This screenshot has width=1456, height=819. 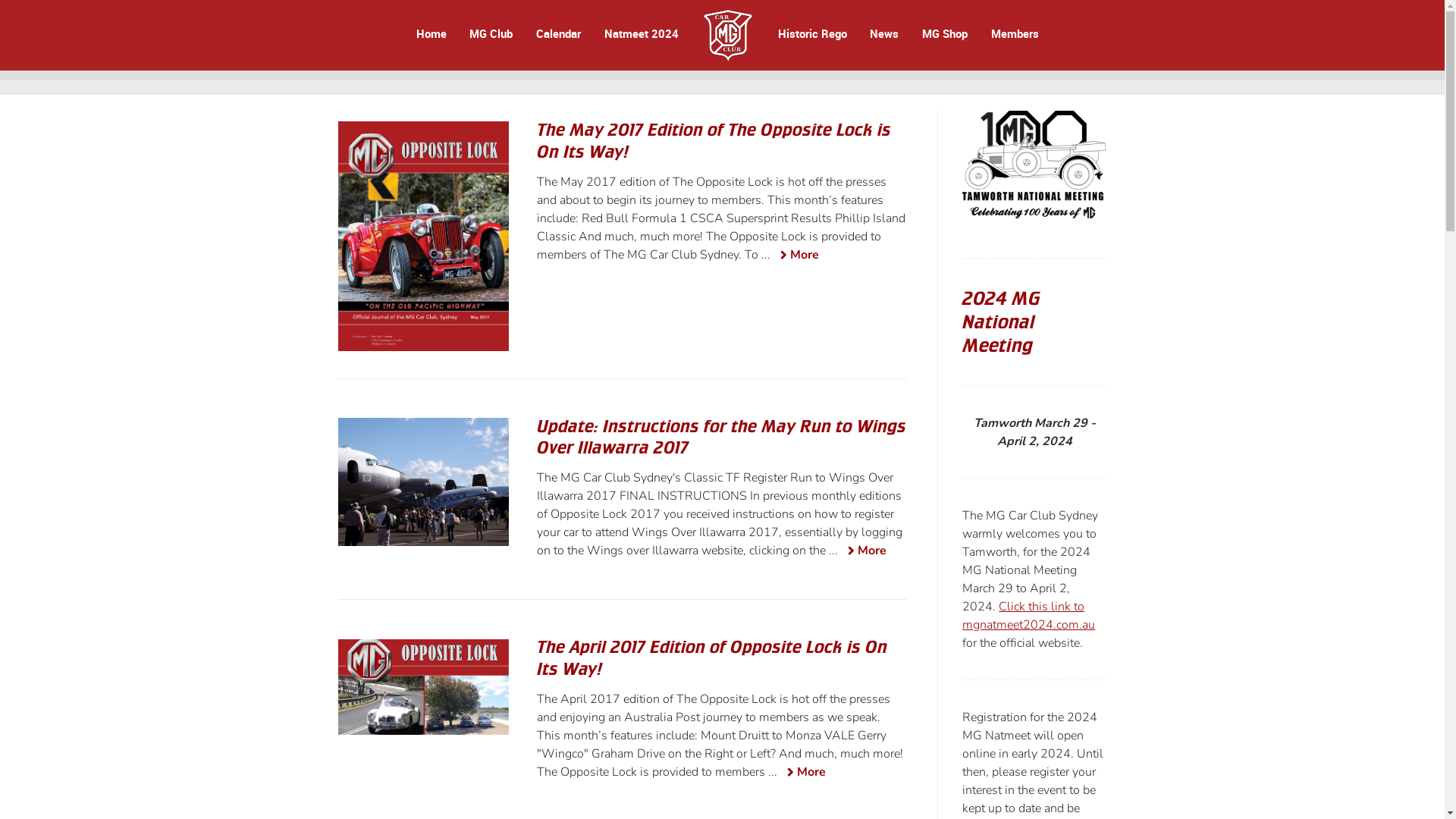 What do you see at coordinates (863, 551) in the screenshot?
I see `'More'` at bounding box center [863, 551].